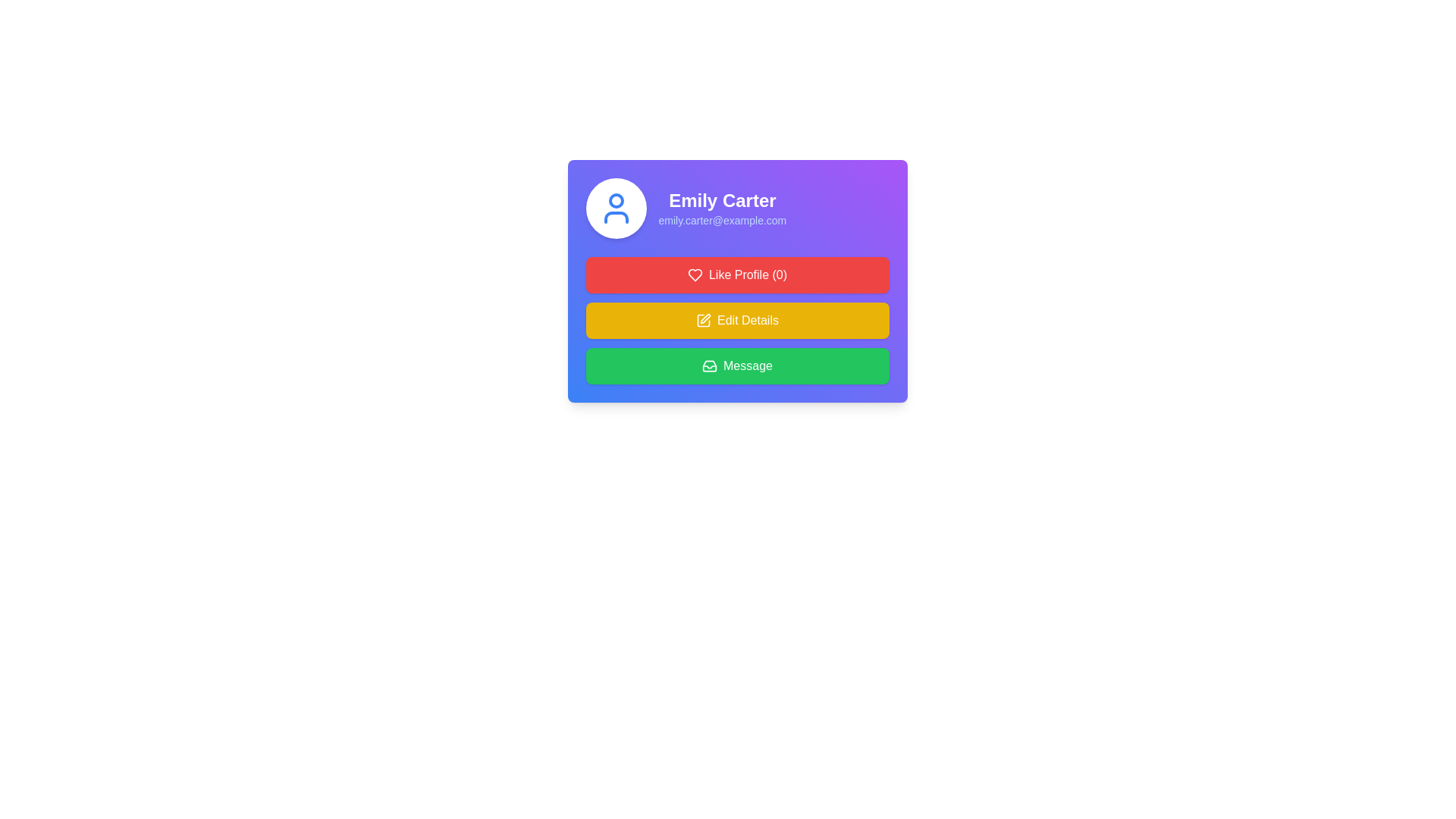 Image resolution: width=1456 pixels, height=819 pixels. Describe the element at coordinates (737, 281) in the screenshot. I see `the 'Like Profile (0)' button with a red background and white text, located below the username 'Emily Carter' and the email address 'emily.carter@example.com'` at that location.